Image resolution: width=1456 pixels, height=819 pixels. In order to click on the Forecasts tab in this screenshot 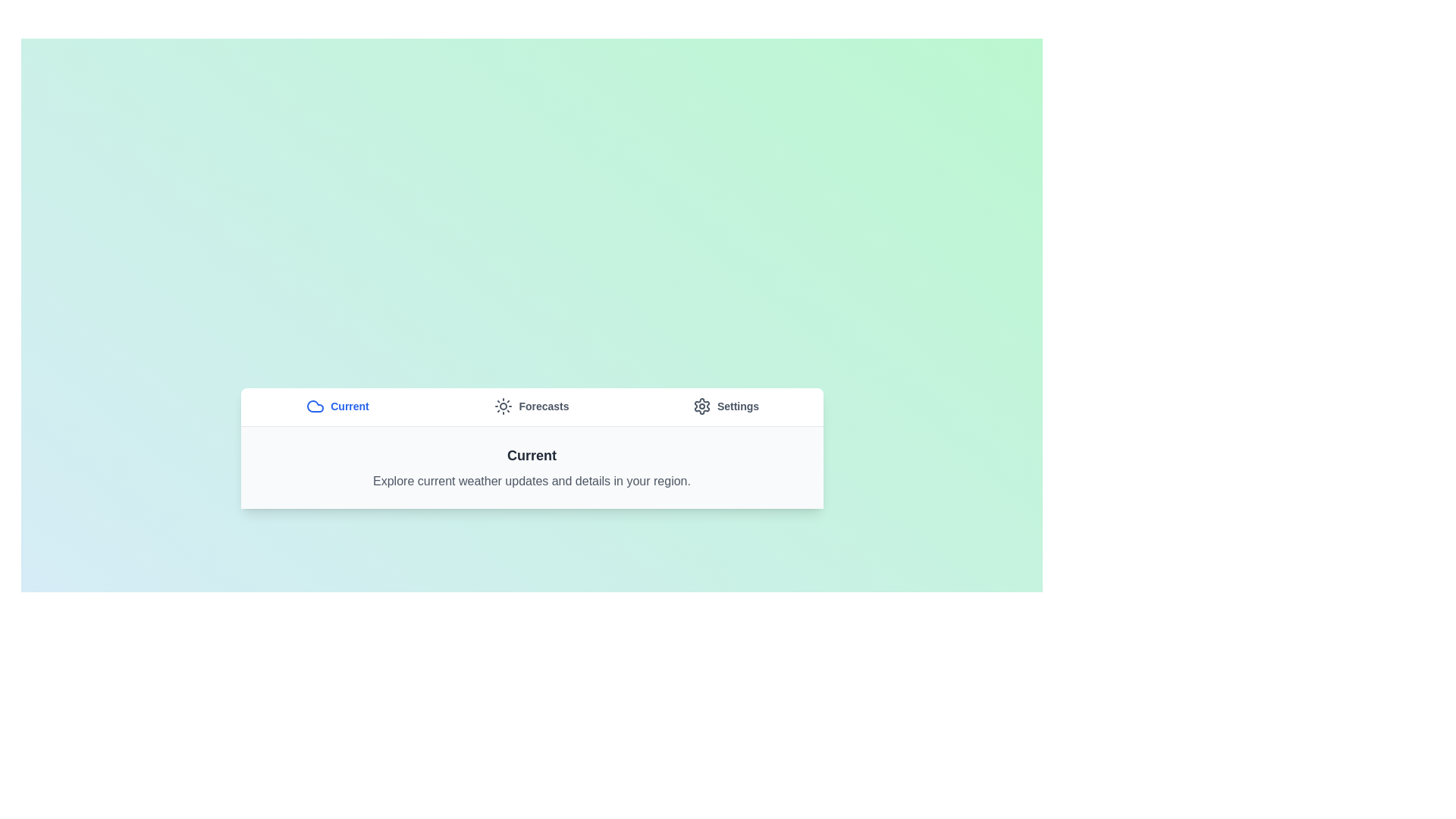, I will do `click(532, 406)`.